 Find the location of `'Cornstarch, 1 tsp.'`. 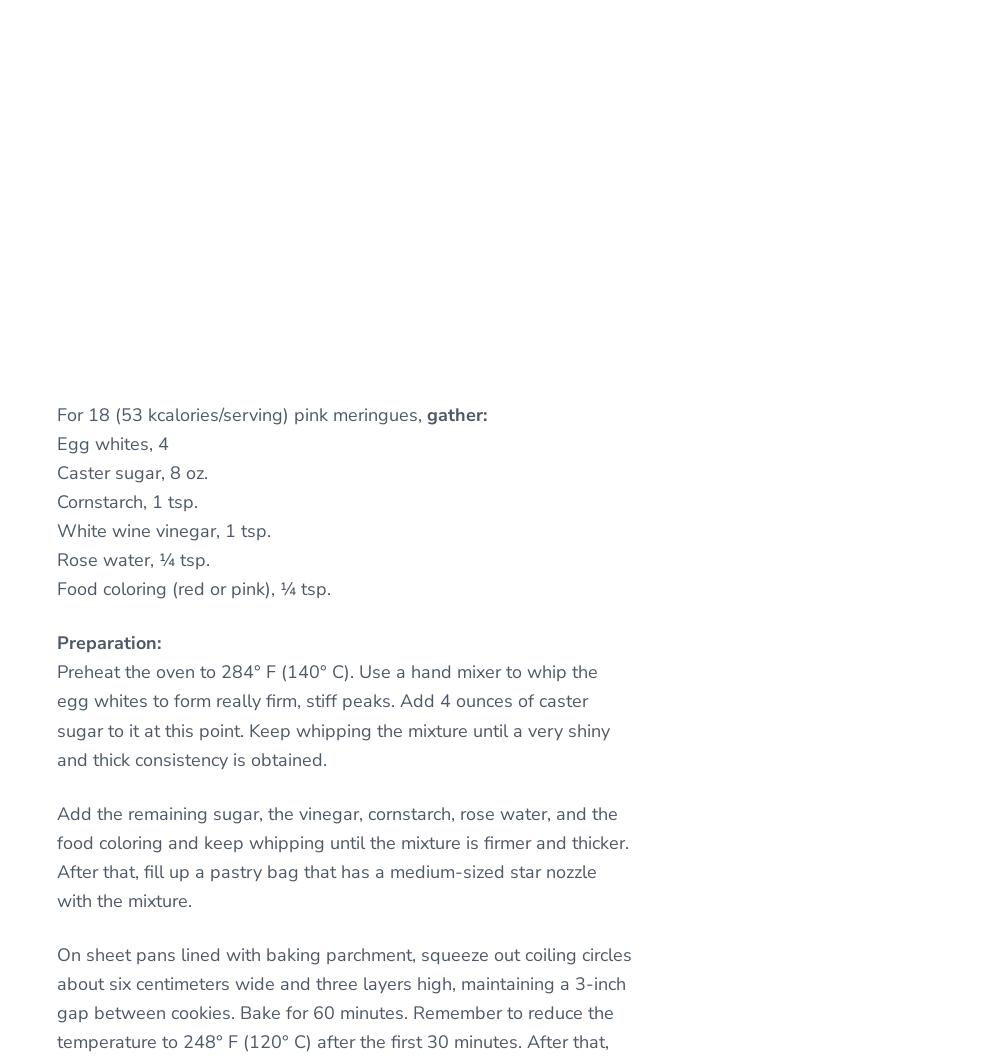

'Cornstarch, 1 tsp.' is located at coordinates (127, 501).